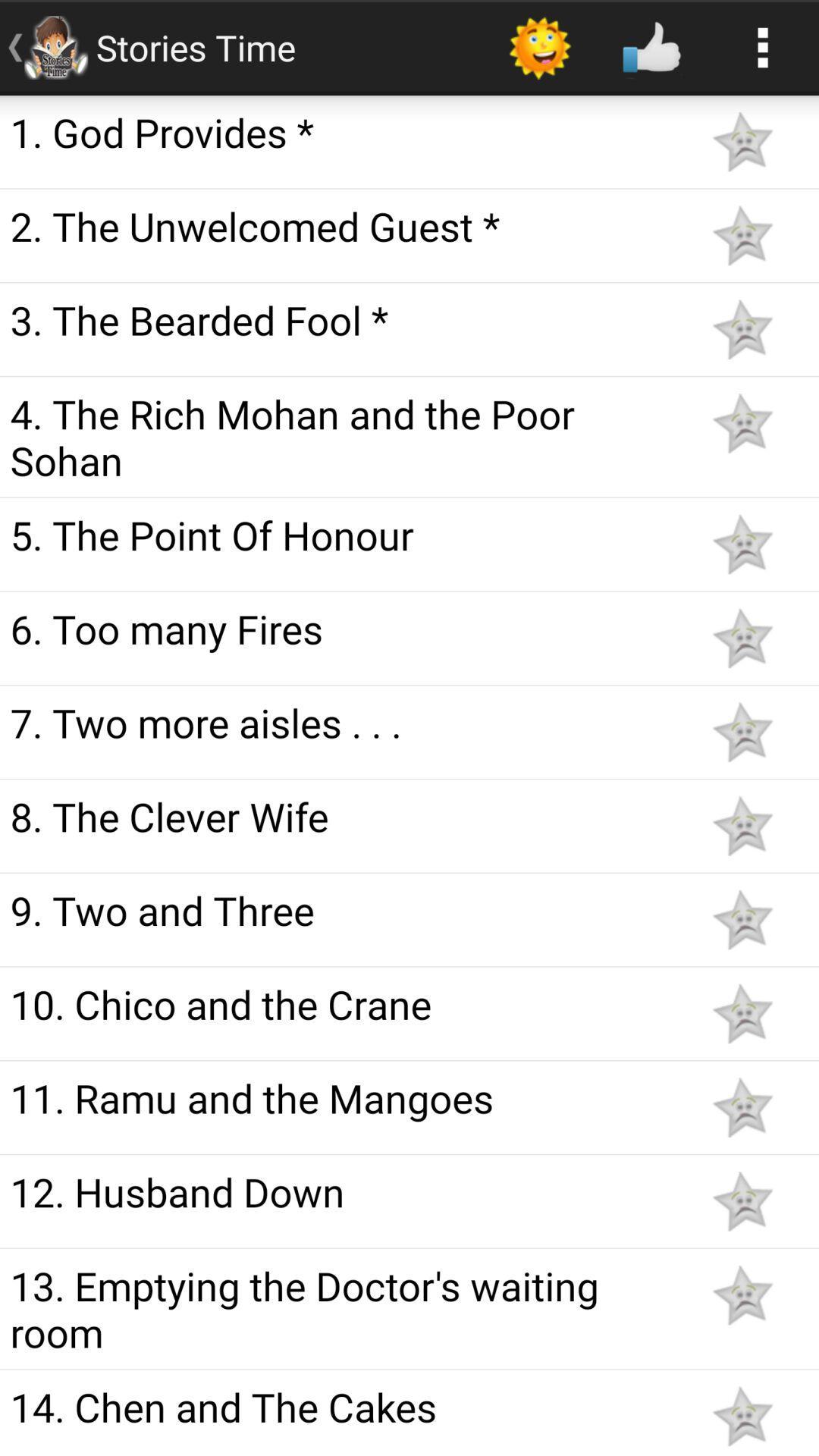 The width and height of the screenshot is (819, 1456). I want to click on rate the story, so click(742, 1294).